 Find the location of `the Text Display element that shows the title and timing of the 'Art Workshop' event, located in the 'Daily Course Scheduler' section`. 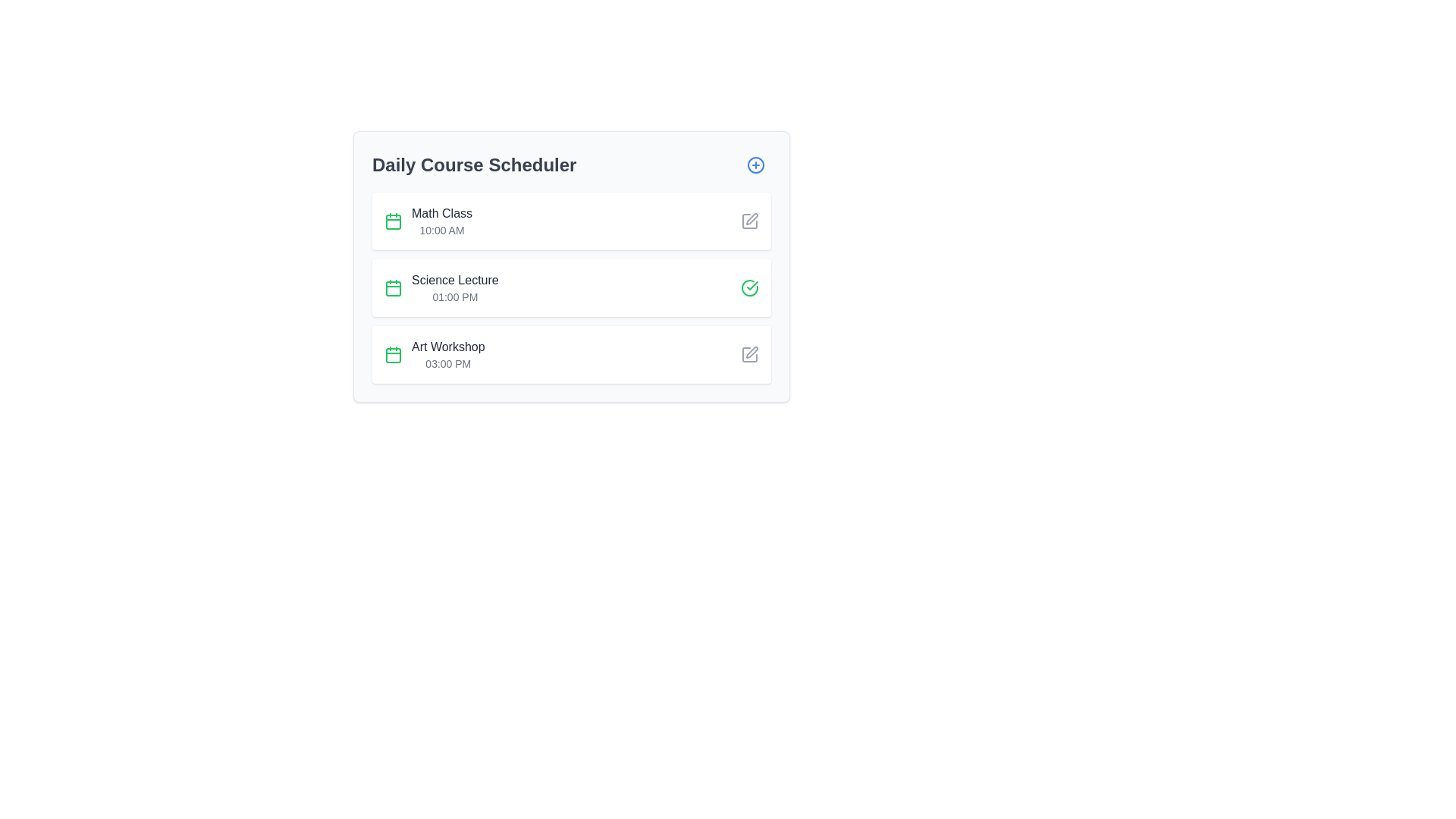

the Text Display element that shows the title and timing of the 'Art Workshop' event, located in the 'Daily Course Scheduler' section is located at coordinates (447, 354).